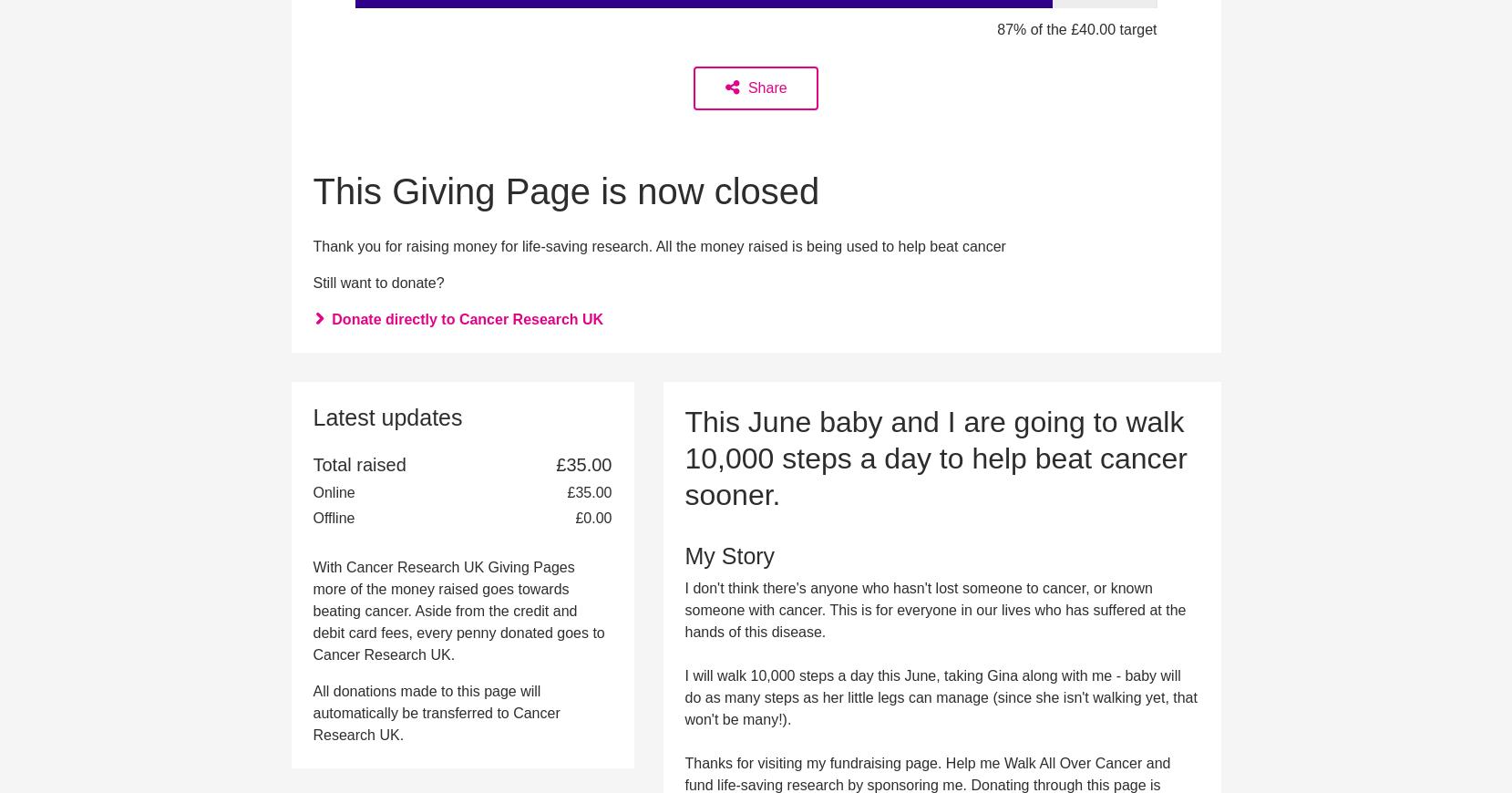 The image size is (1512, 793). What do you see at coordinates (728, 554) in the screenshot?
I see `'My Story'` at bounding box center [728, 554].